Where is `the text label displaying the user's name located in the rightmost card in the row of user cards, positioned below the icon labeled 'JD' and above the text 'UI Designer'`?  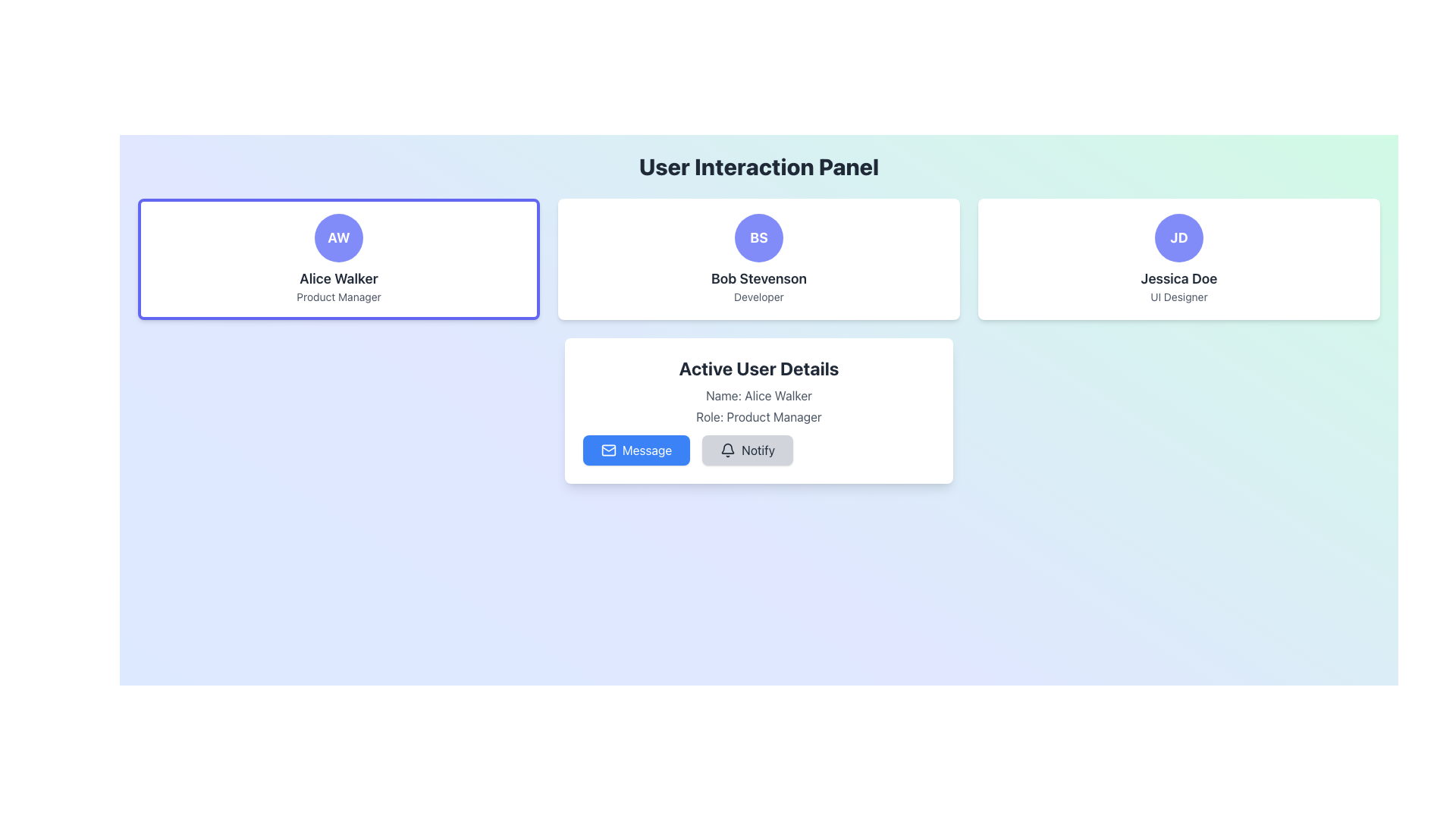
the text label displaying the user's name located in the rightmost card in the row of user cards, positioned below the icon labeled 'JD' and above the text 'UI Designer' is located at coordinates (1178, 278).